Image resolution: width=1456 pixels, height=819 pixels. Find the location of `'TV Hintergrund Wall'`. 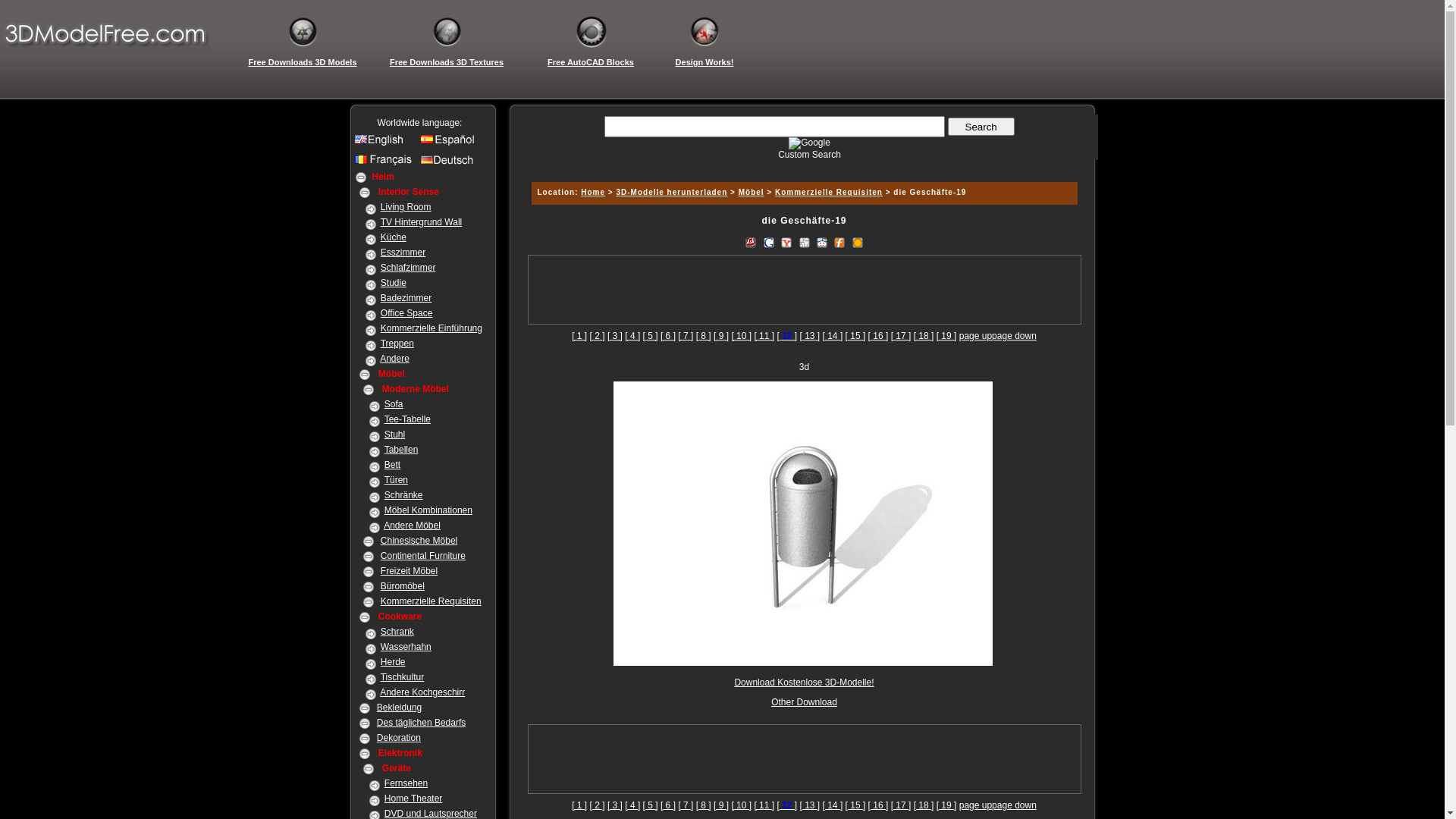

'TV Hintergrund Wall' is located at coordinates (422, 222).